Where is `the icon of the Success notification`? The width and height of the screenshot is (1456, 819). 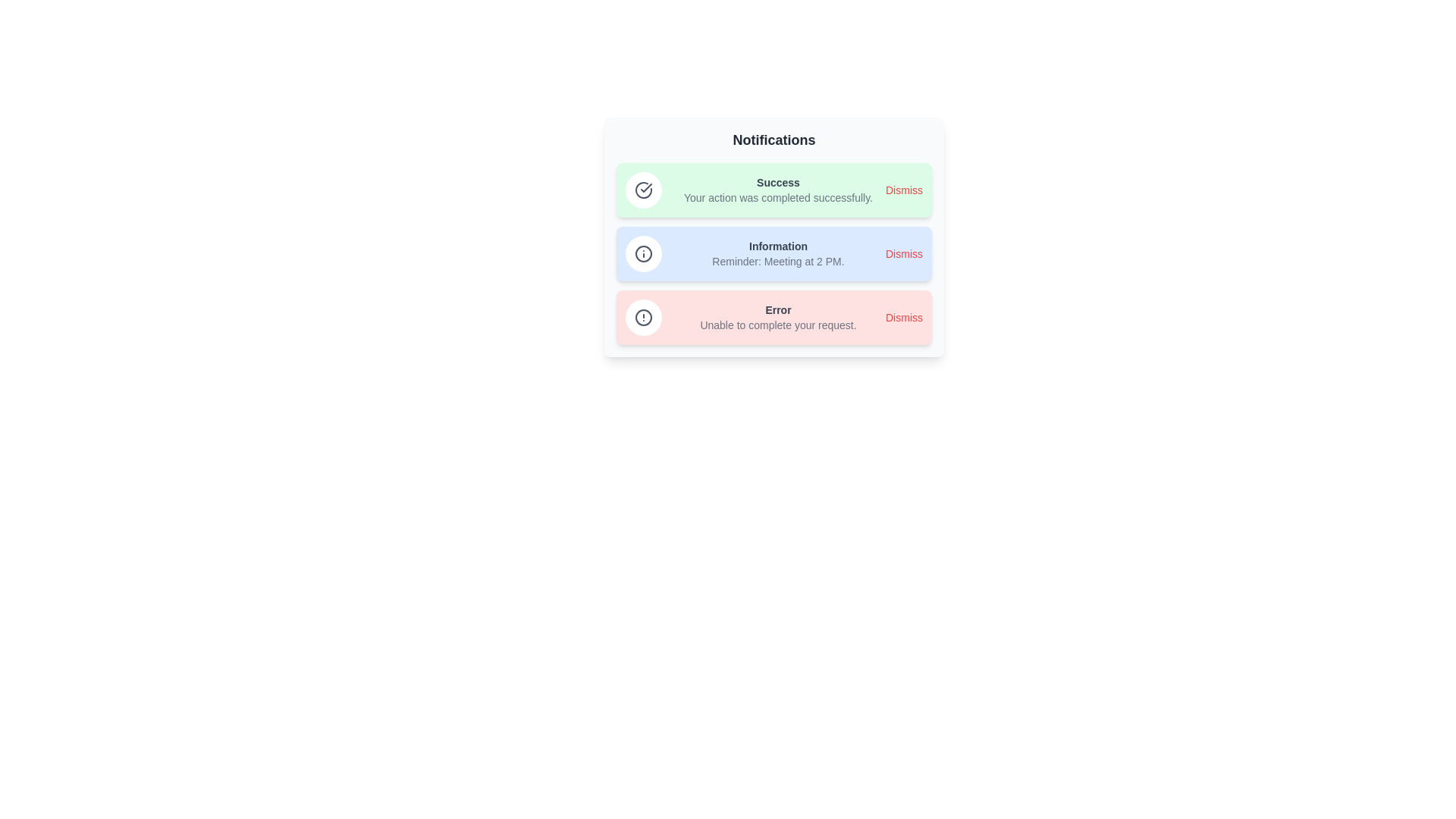
the icon of the Success notification is located at coordinates (644, 189).